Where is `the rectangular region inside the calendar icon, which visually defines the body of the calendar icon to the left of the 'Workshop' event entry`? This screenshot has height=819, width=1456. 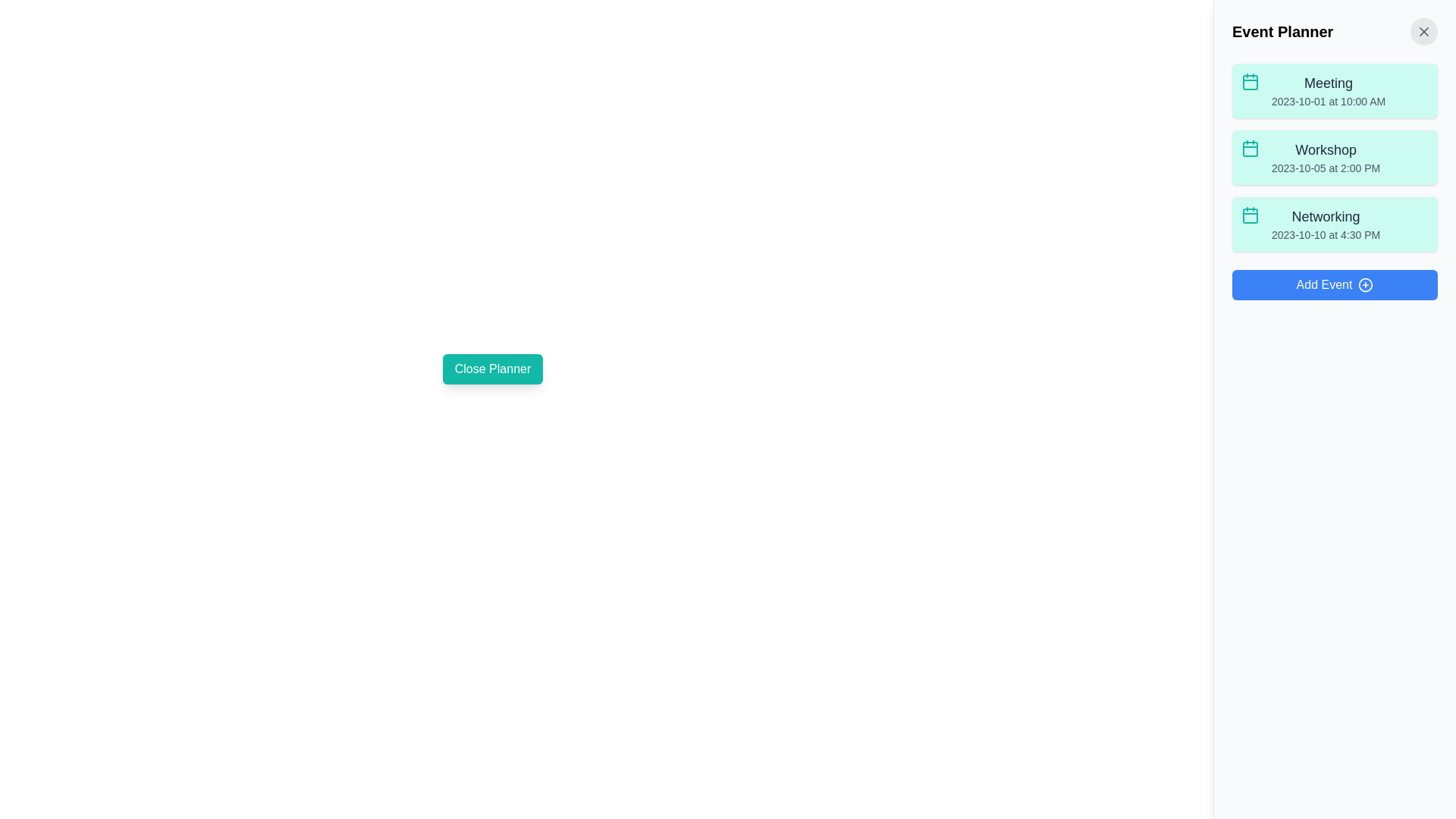 the rectangular region inside the calendar icon, which visually defines the body of the calendar icon to the left of the 'Workshop' event entry is located at coordinates (1250, 149).